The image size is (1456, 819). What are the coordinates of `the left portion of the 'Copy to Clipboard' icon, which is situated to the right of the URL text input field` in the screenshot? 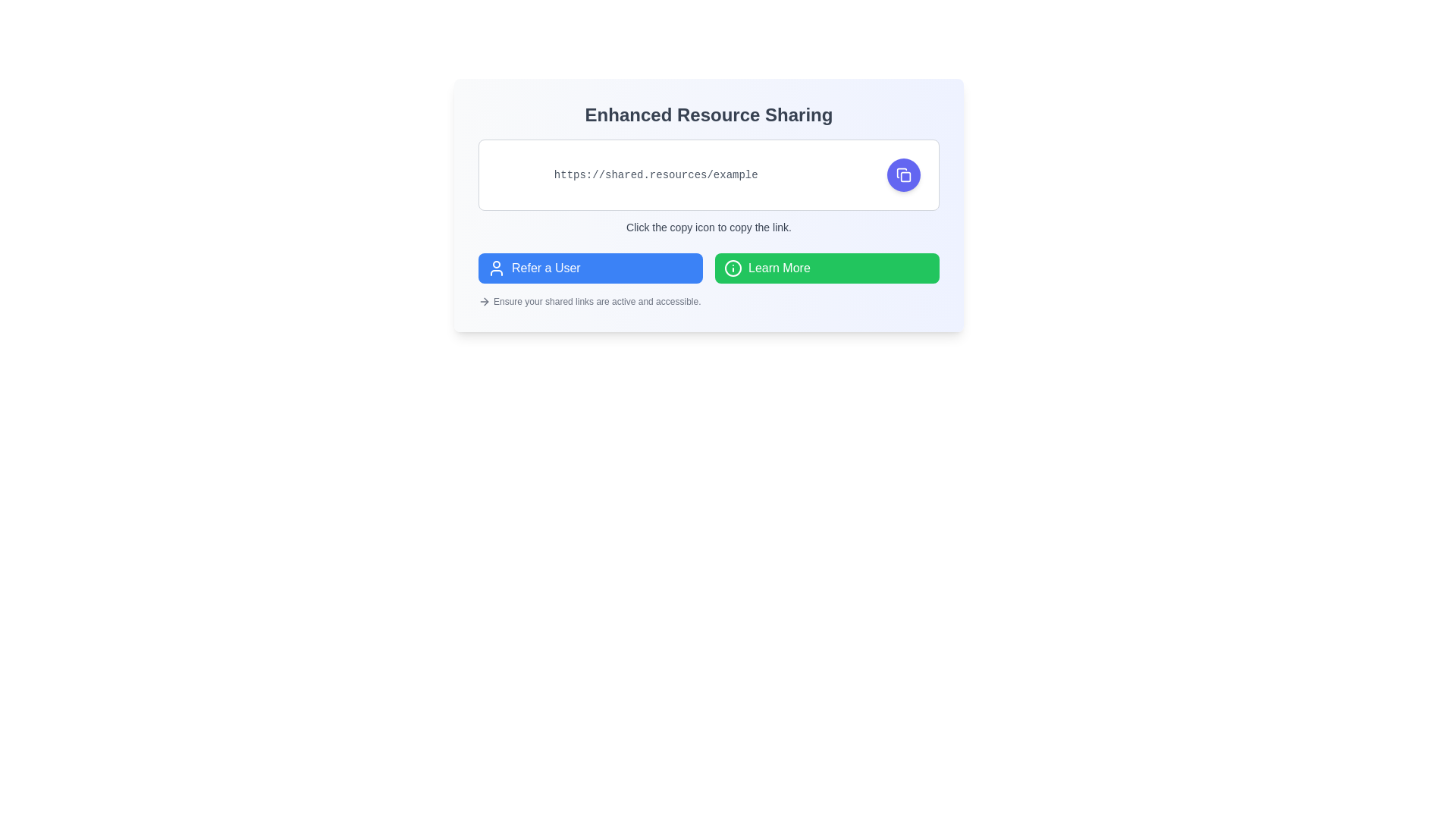 It's located at (902, 172).